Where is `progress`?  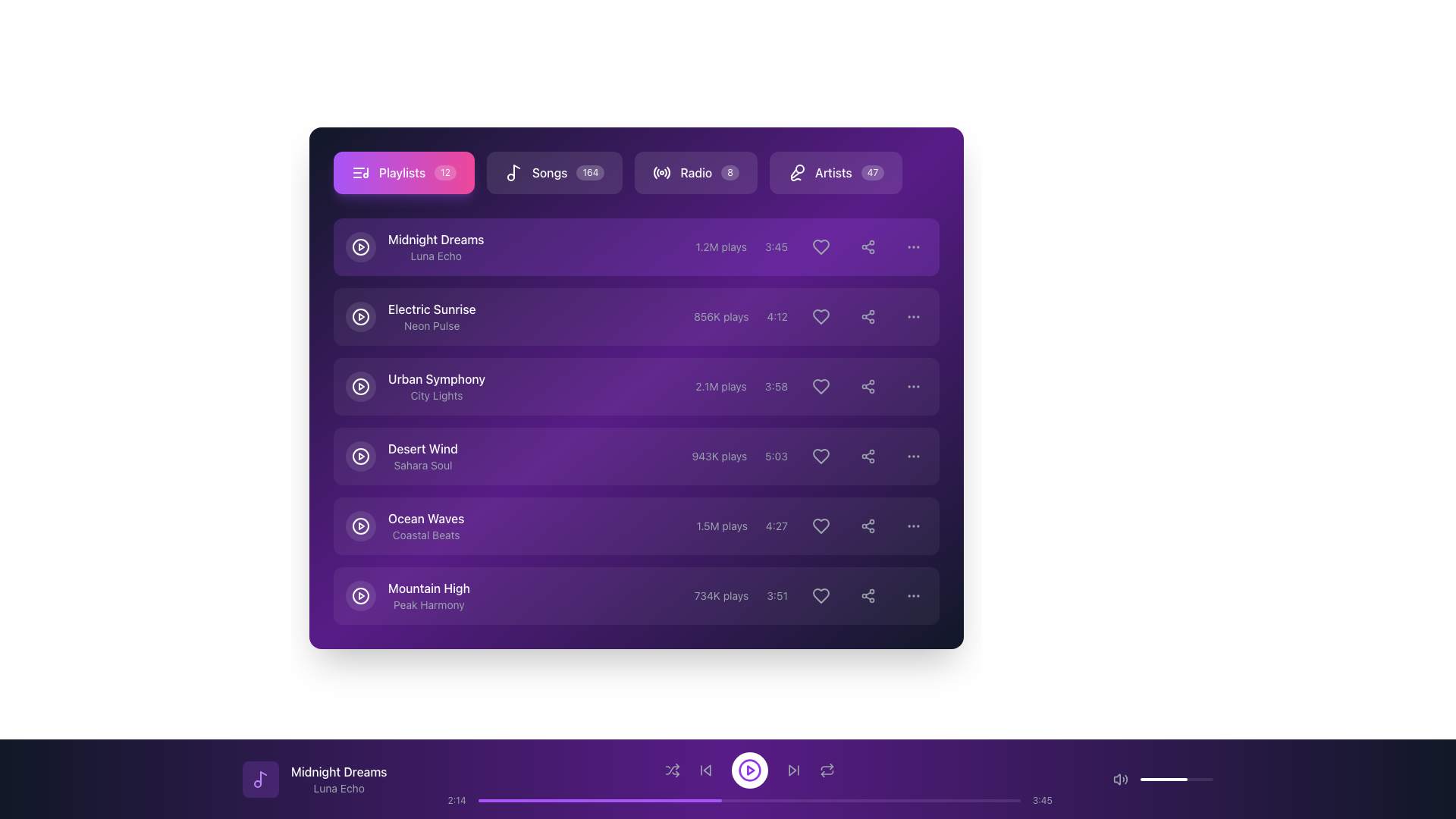
progress is located at coordinates (922, 800).